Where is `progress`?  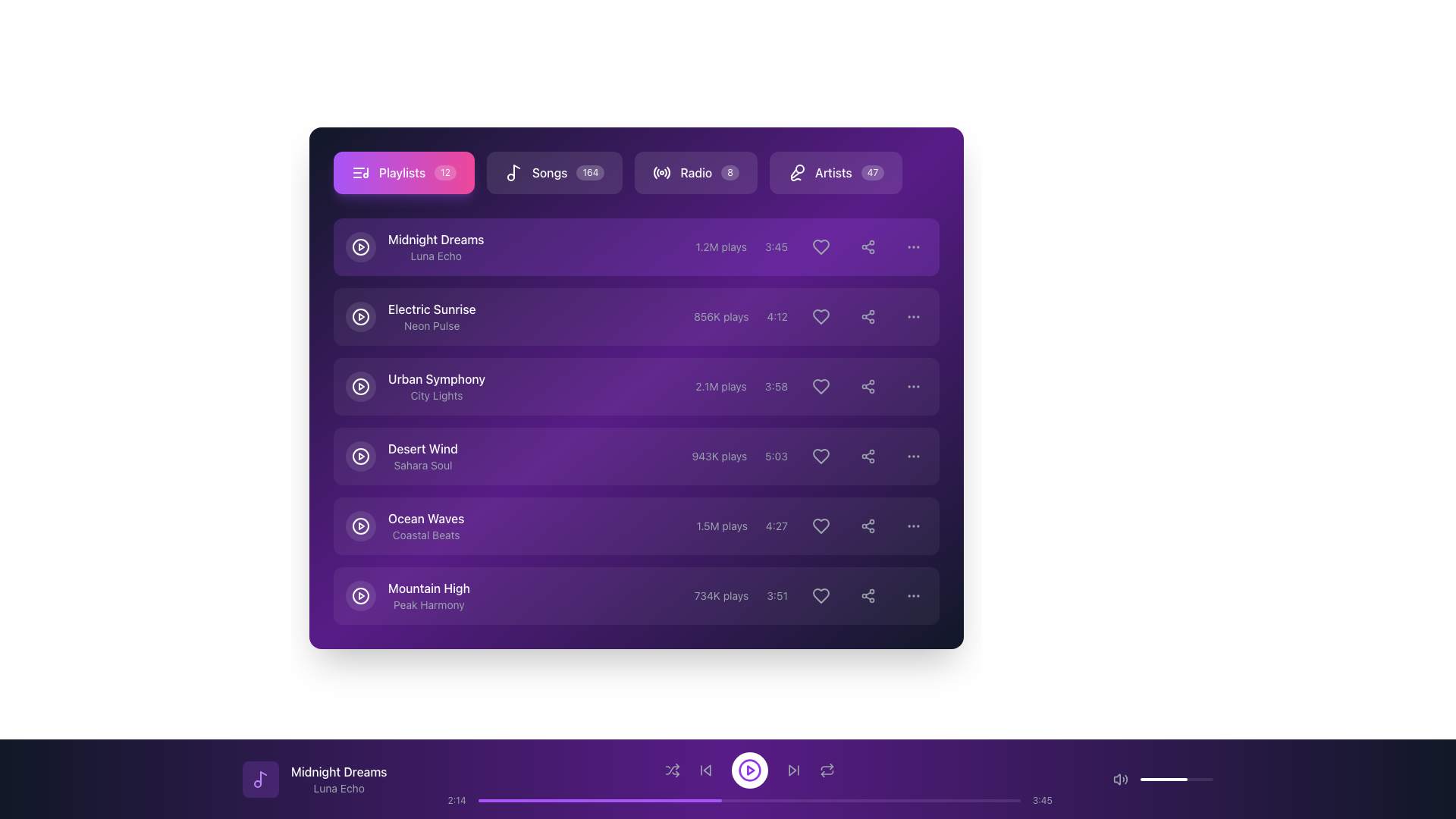
progress is located at coordinates (922, 800).